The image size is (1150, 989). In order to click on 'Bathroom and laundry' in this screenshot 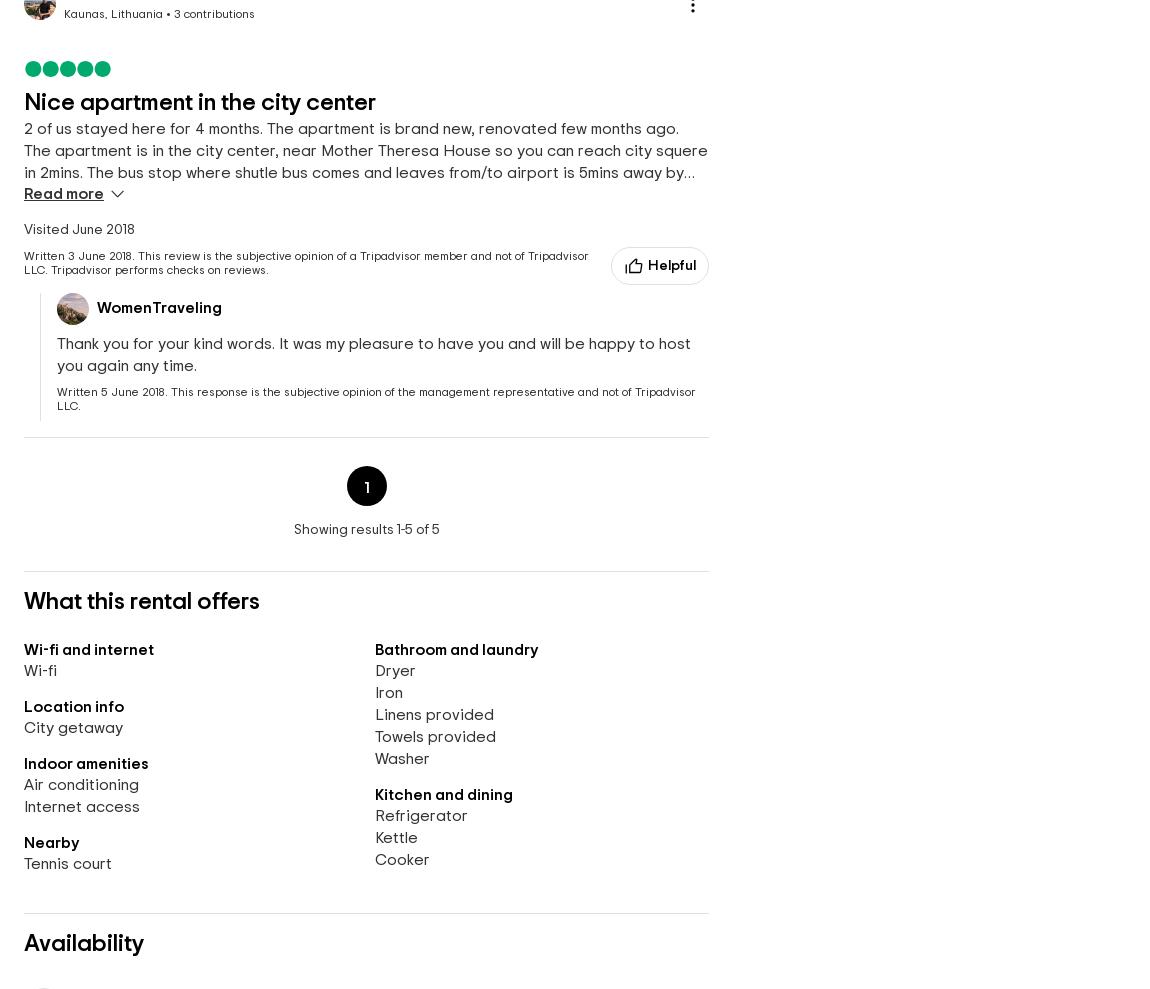, I will do `click(455, 649)`.